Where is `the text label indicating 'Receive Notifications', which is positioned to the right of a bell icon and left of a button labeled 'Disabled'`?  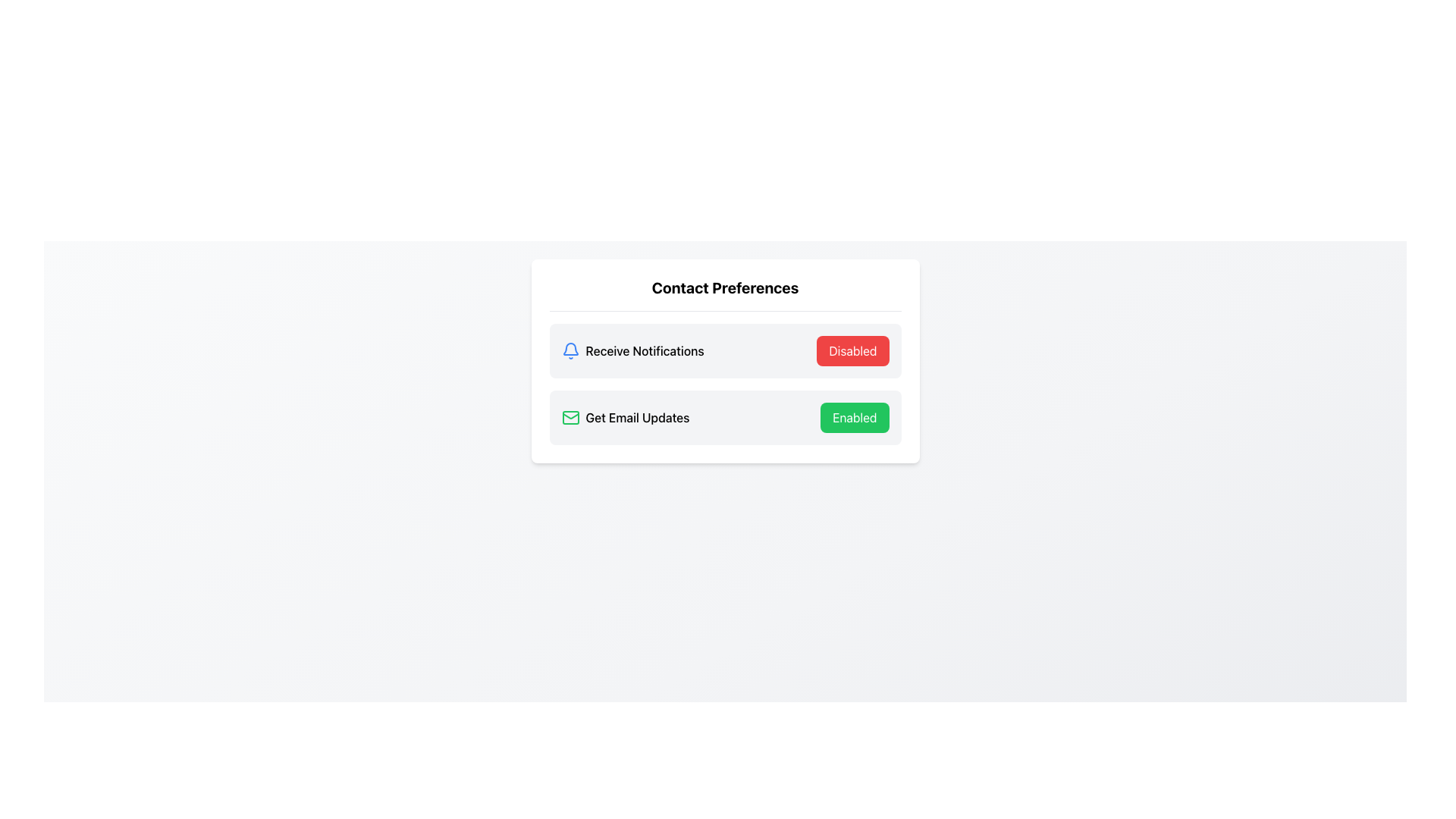 the text label indicating 'Receive Notifications', which is positioned to the right of a bell icon and left of a button labeled 'Disabled' is located at coordinates (645, 350).